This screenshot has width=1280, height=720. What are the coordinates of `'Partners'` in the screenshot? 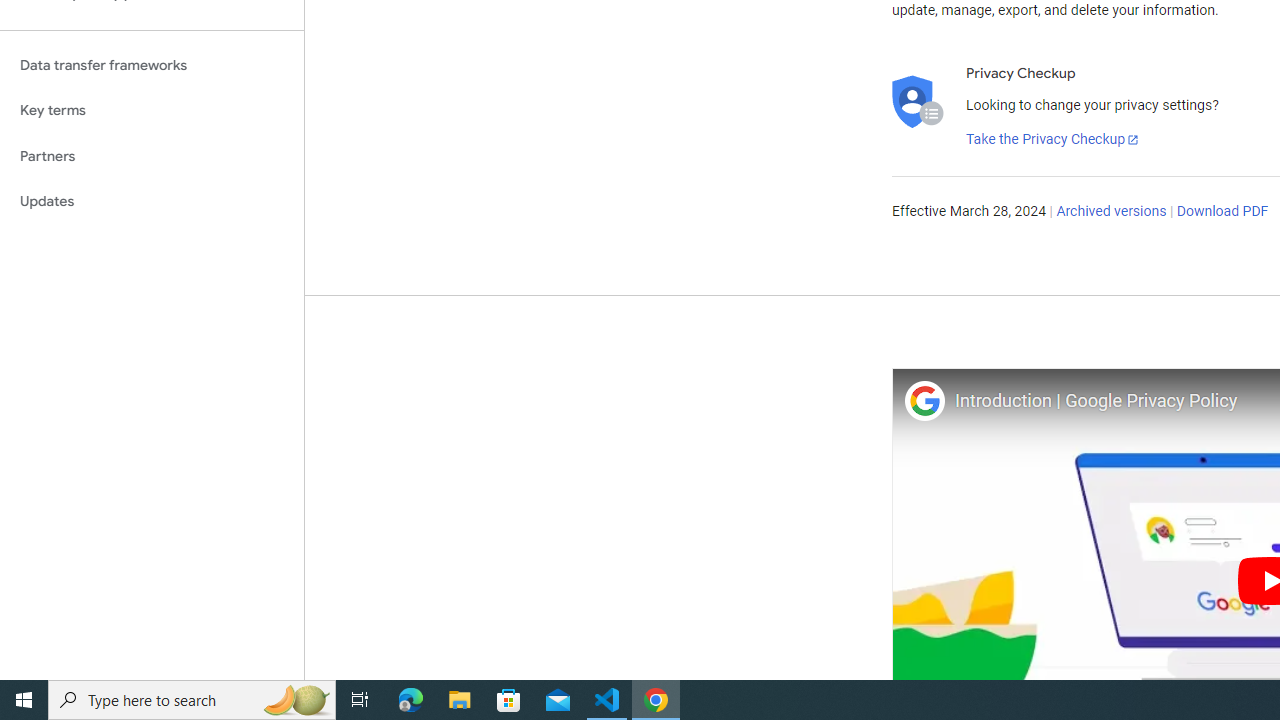 It's located at (151, 155).